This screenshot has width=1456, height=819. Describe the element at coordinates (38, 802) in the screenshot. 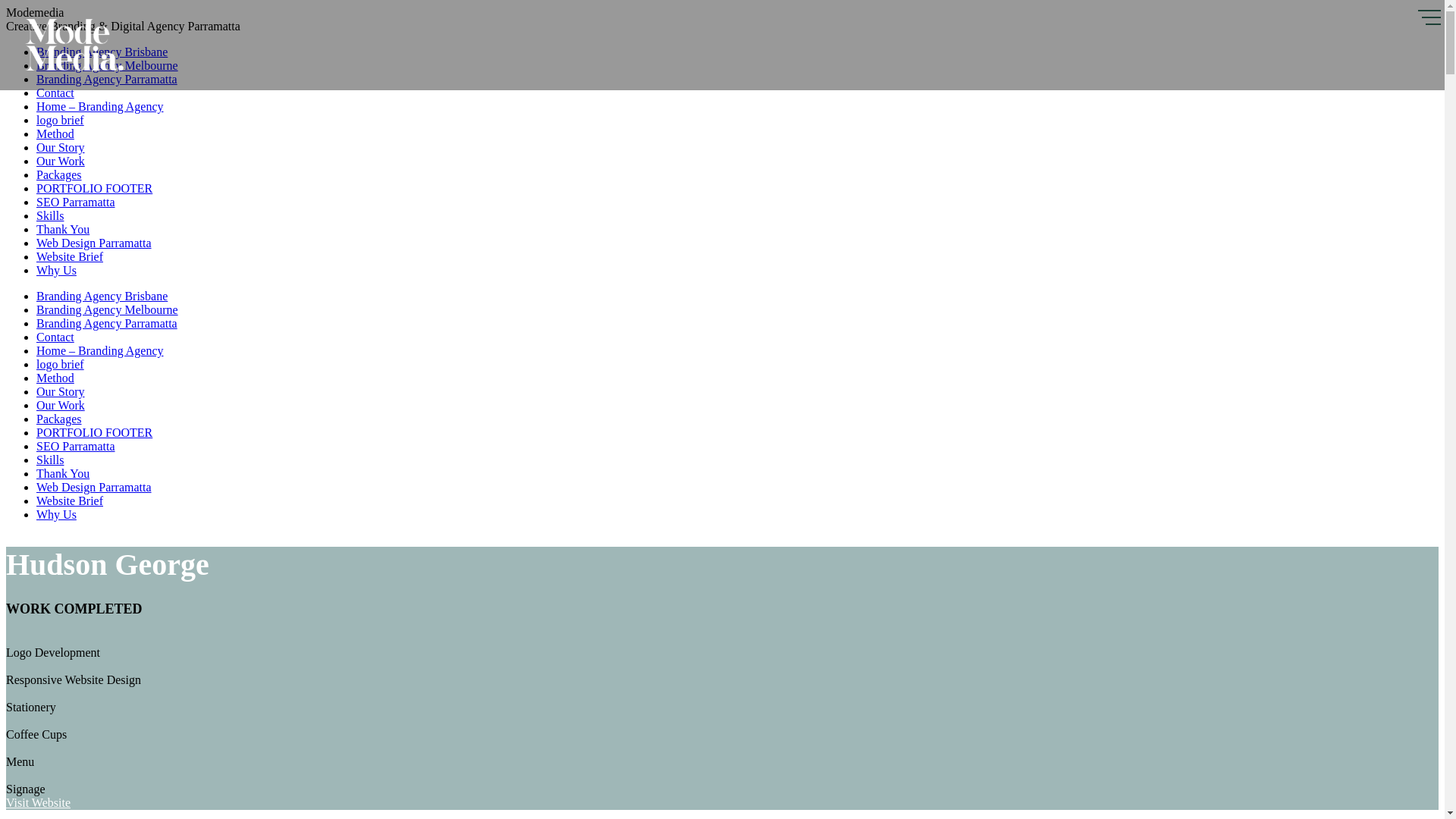

I see `'Visit Website'` at that location.